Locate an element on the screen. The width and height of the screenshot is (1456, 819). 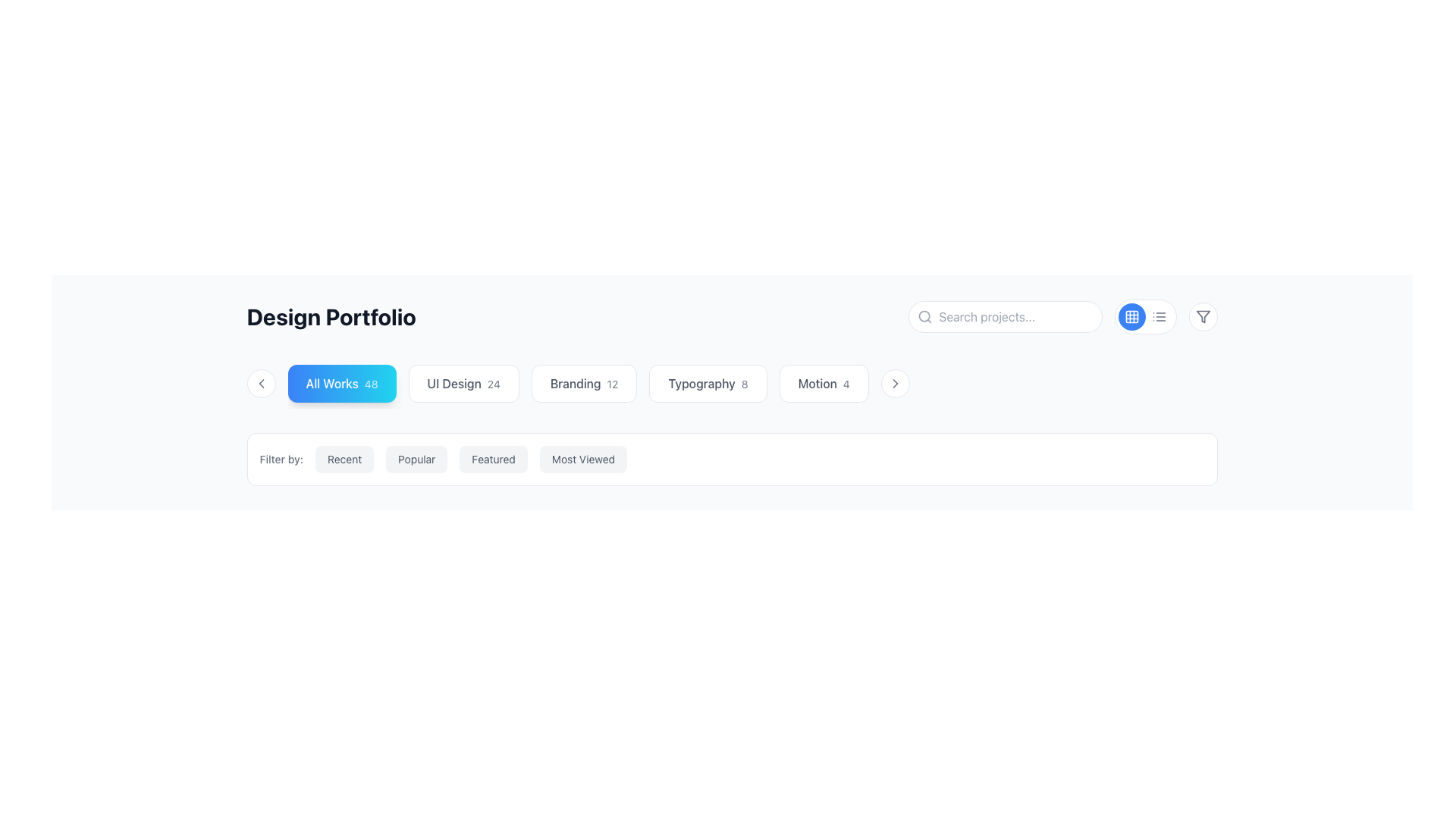
the 'UI Design' button, which is the second button in a row of navigation buttons is located at coordinates (463, 382).